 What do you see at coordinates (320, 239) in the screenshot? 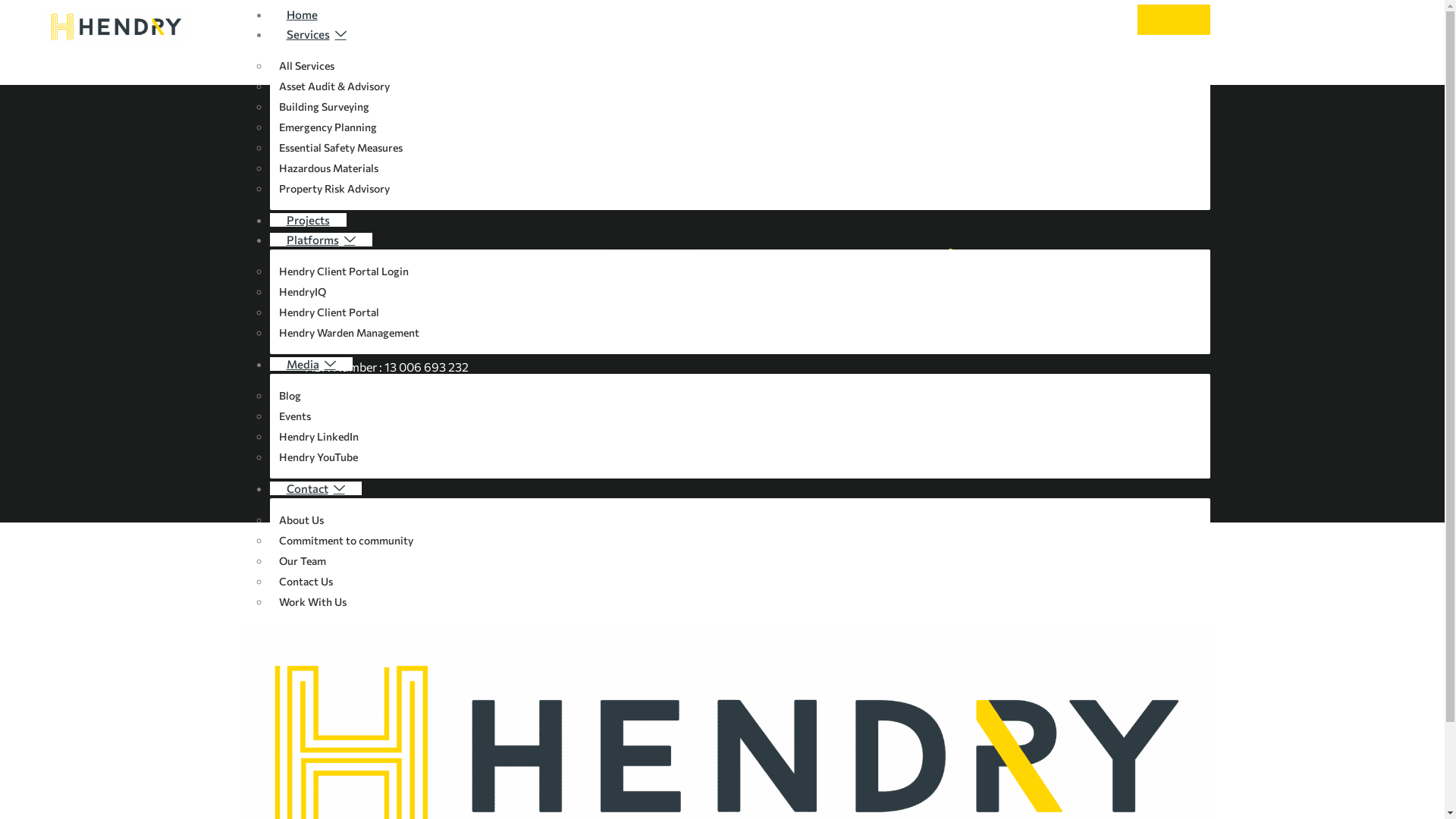
I see `'Platforms'` at bounding box center [320, 239].